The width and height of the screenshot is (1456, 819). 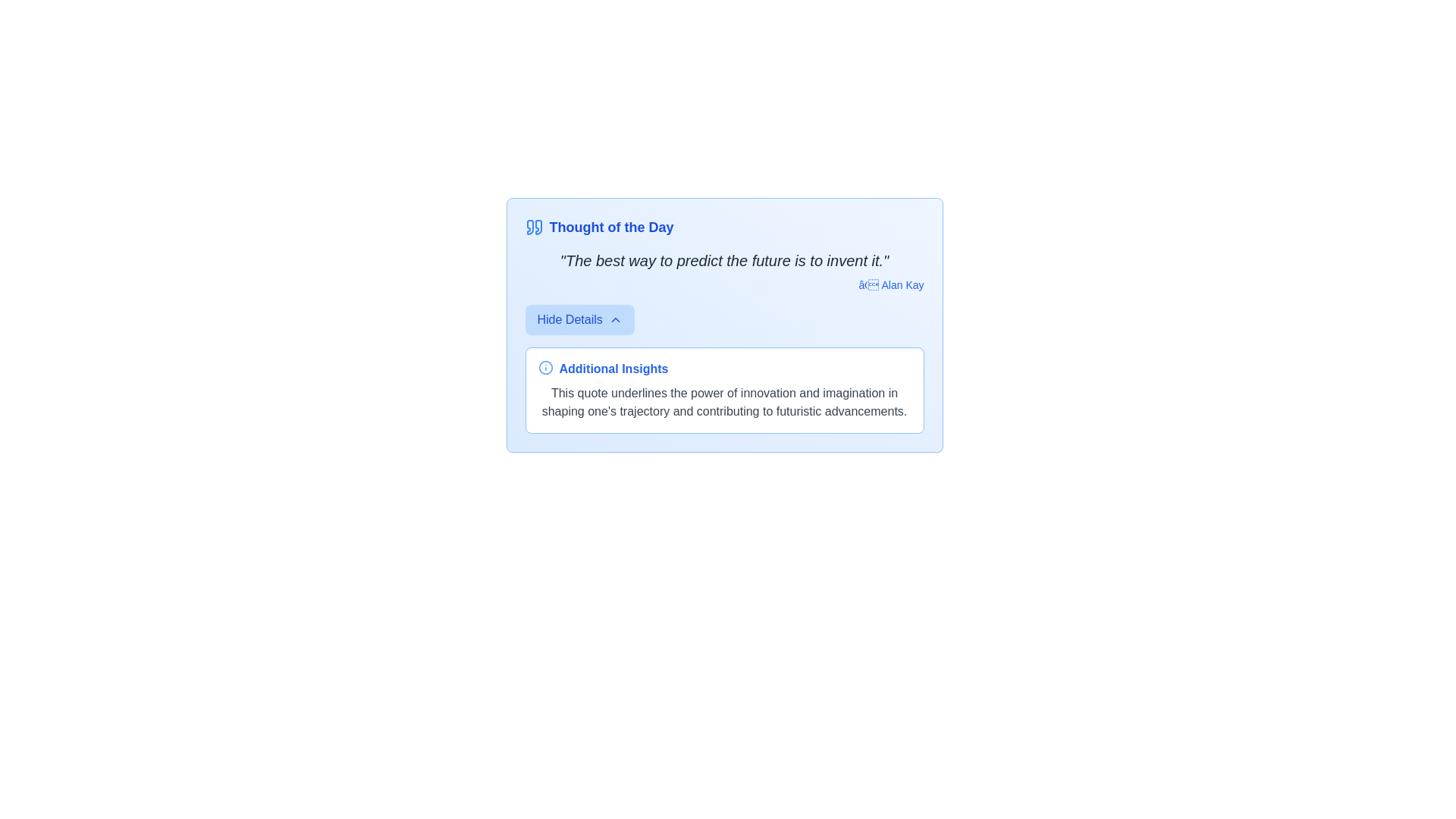 I want to click on the small circular icon with a blue outline and a centered dot located at the start of the 'Additional Insights' section, adjacent to the bold text 'Additional Insights', so click(x=545, y=368).